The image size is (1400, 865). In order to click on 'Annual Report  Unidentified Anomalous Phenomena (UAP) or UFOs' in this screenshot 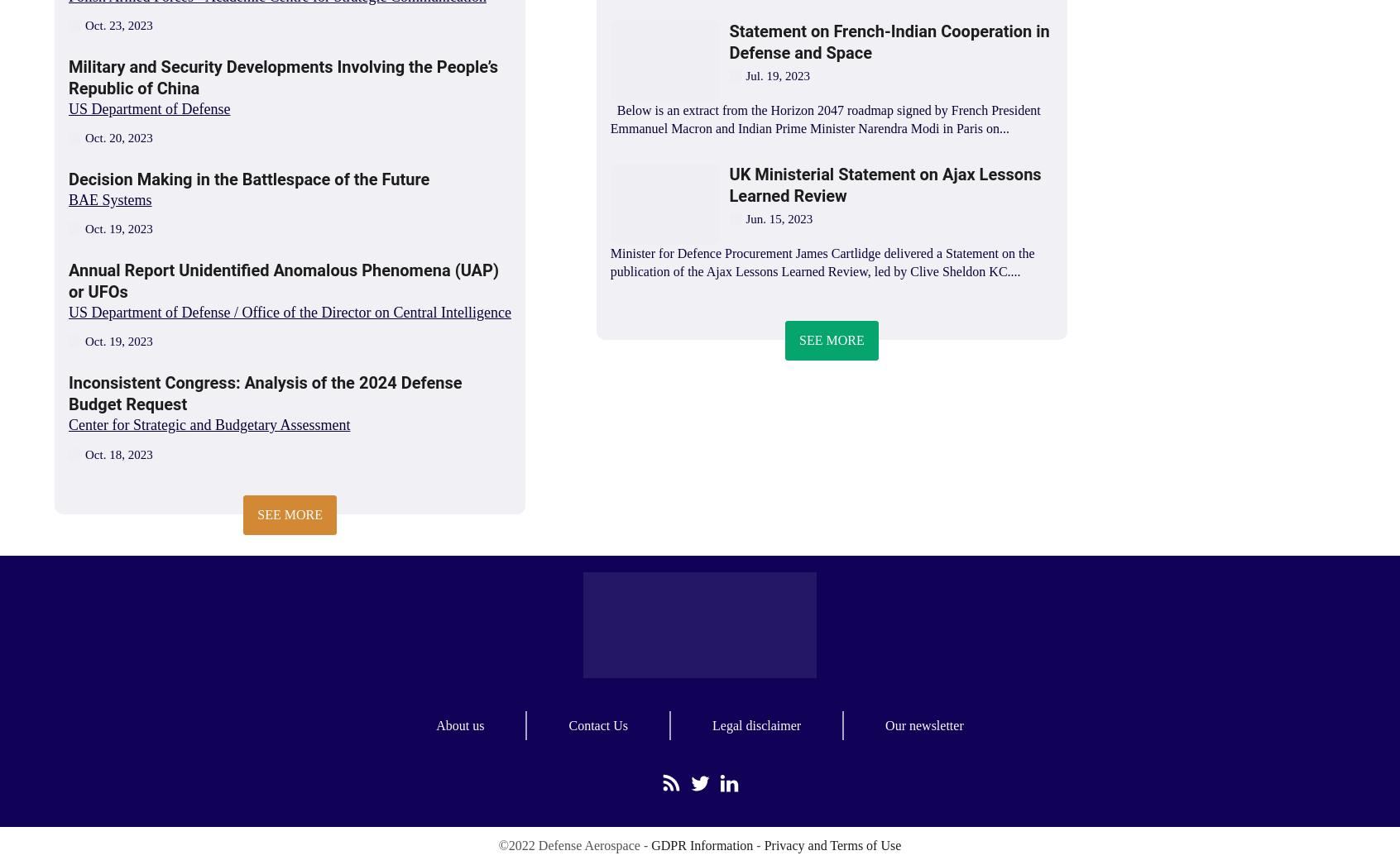, I will do `click(69, 280)`.